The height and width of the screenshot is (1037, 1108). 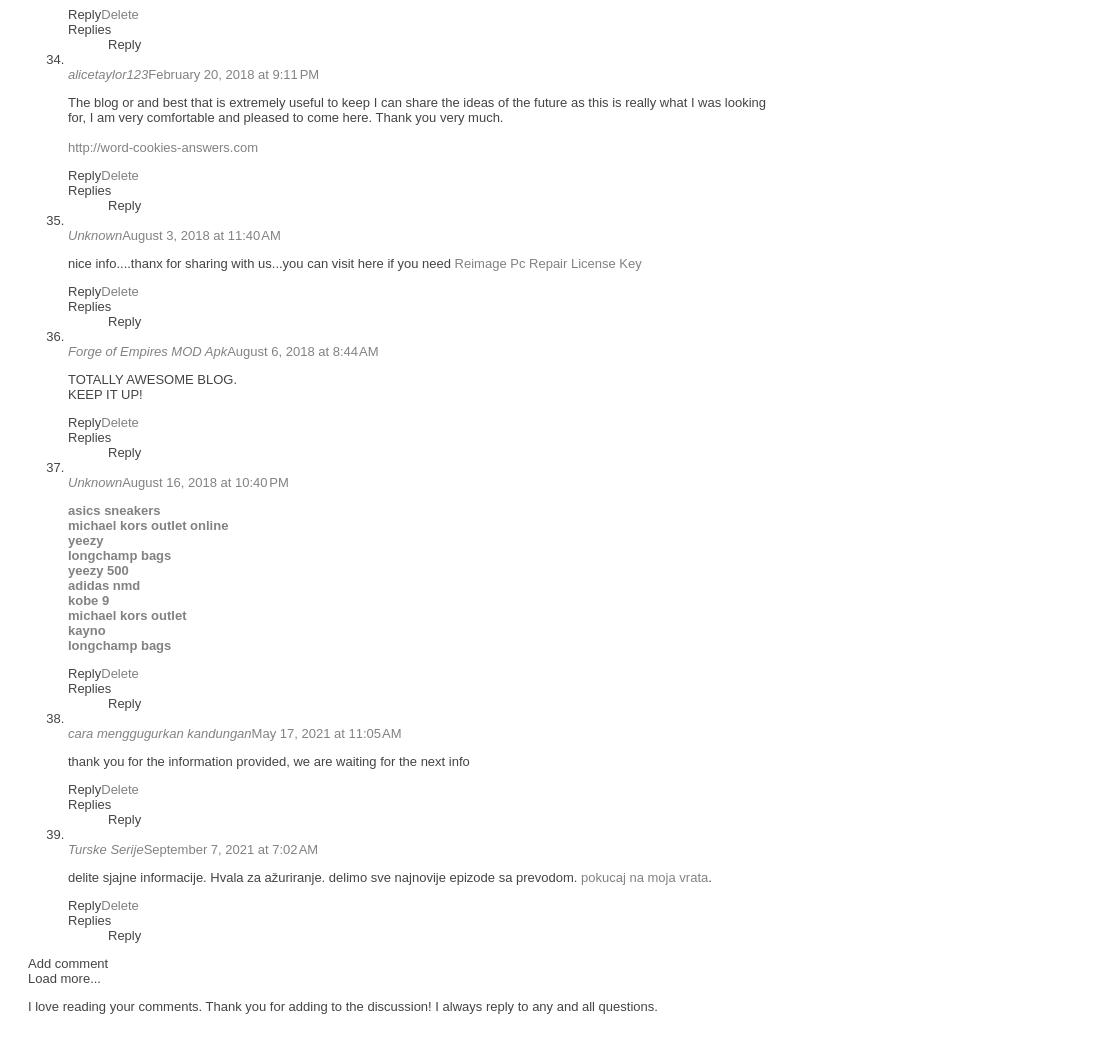 What do you see at coordinates (324, 733) in the screenshot?
I see `'May 17, 2021 at 11:05 AM'` at bounding box center [324, 733].